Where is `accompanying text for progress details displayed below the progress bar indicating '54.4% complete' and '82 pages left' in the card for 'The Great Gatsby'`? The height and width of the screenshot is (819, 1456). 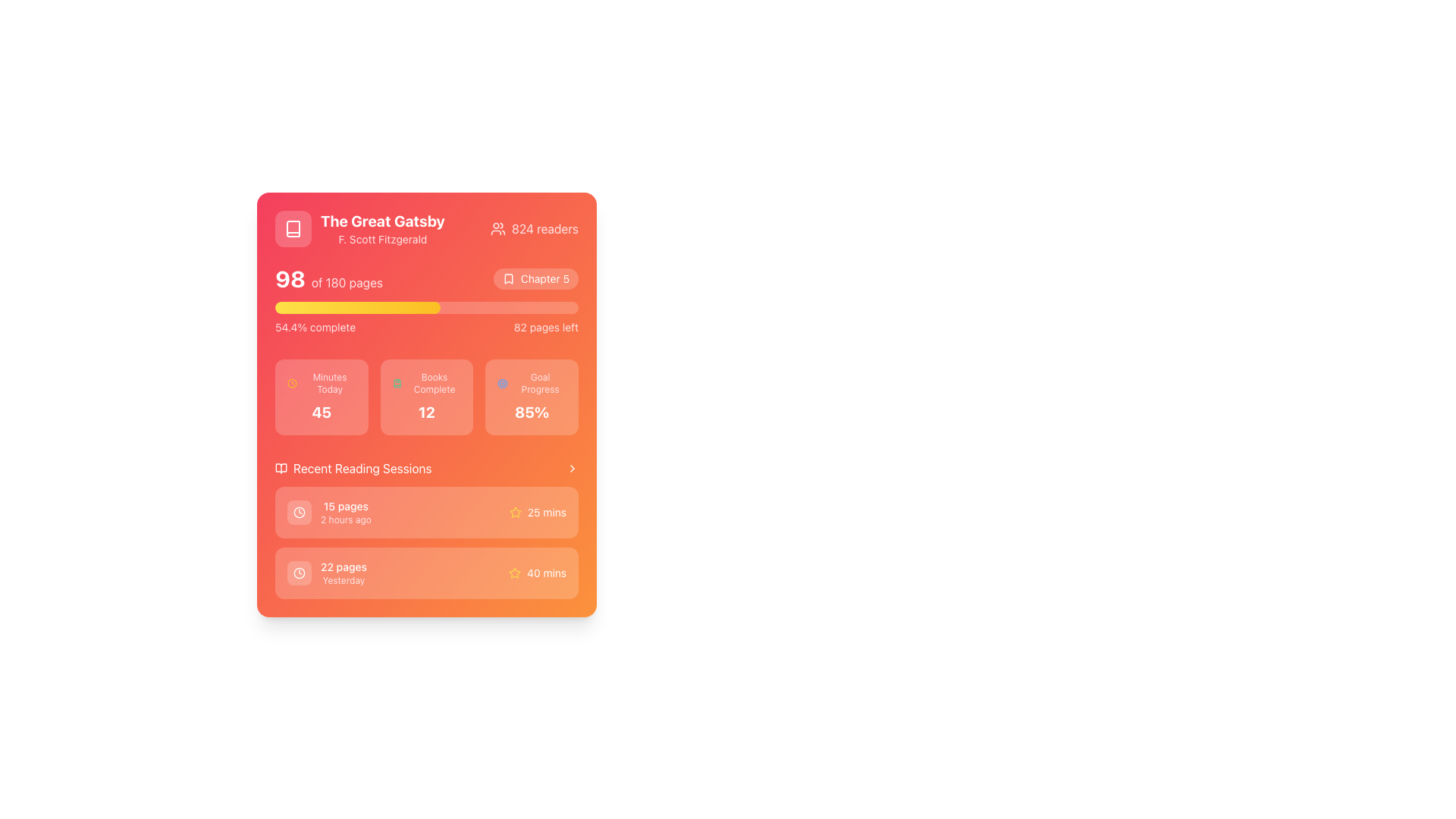
accompanying text for progress details displayed below the progress bar indicating '54.4% complete' and '82 pages left' in the card for 'The Great Gatsby' is located at coordinates (425, 300).